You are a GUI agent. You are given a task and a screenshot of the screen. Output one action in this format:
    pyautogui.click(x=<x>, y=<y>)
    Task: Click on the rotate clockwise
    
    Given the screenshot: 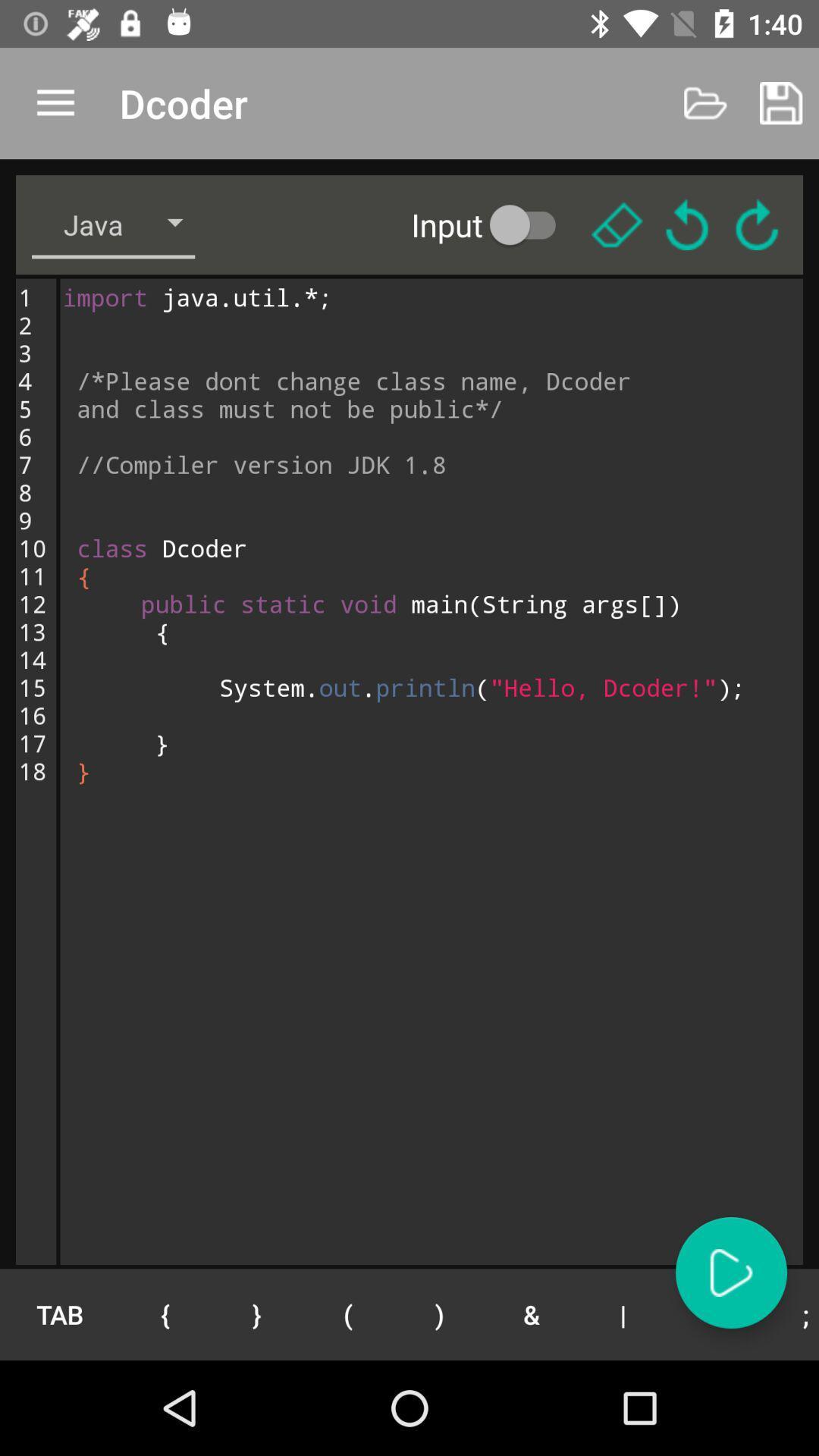 What is the action you would take?
    pyautogui.click(x=757, y=224)
    